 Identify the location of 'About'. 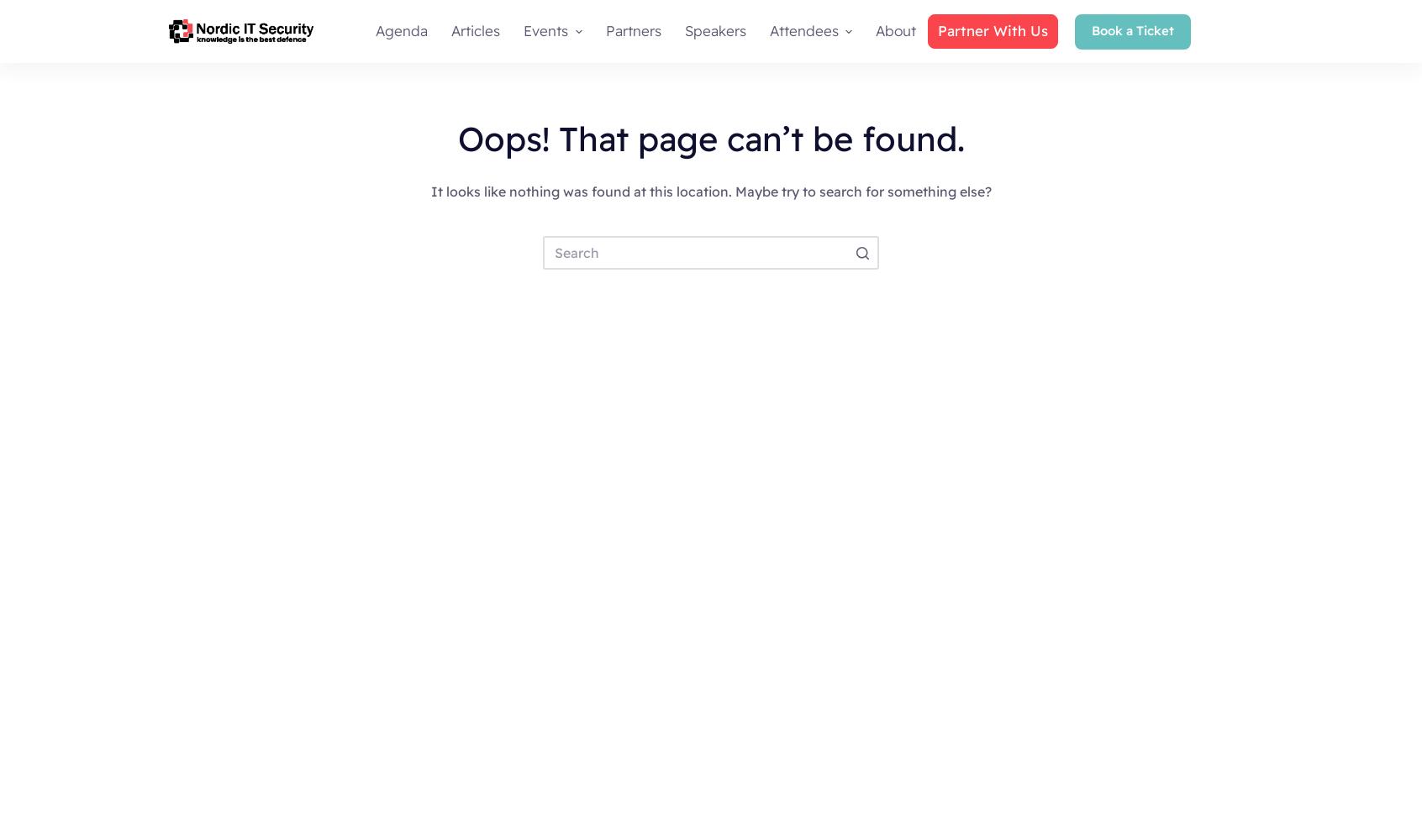
(894, 30).